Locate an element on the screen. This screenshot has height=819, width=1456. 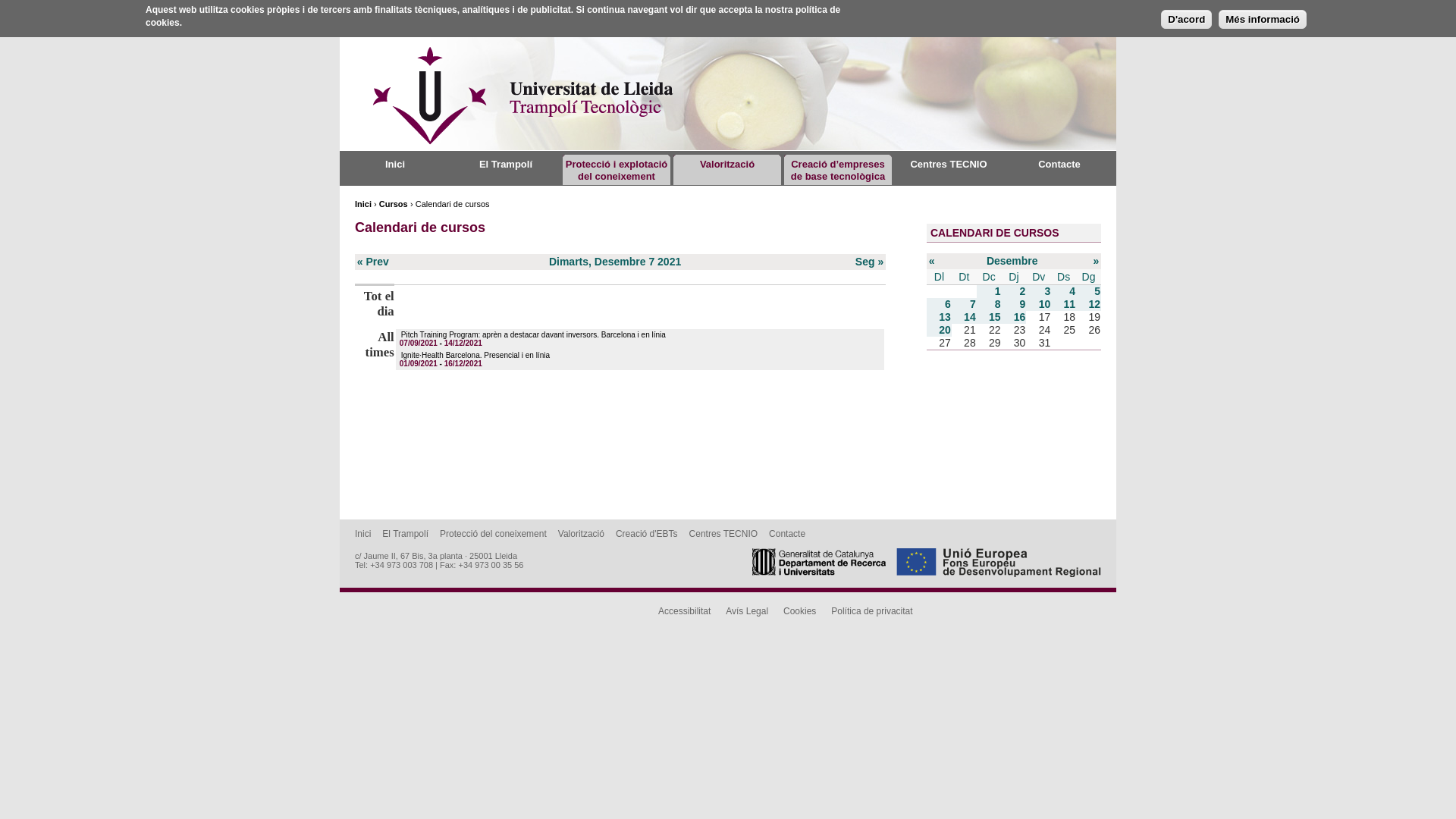
'Cursos' is located at coordinates (393, 203).